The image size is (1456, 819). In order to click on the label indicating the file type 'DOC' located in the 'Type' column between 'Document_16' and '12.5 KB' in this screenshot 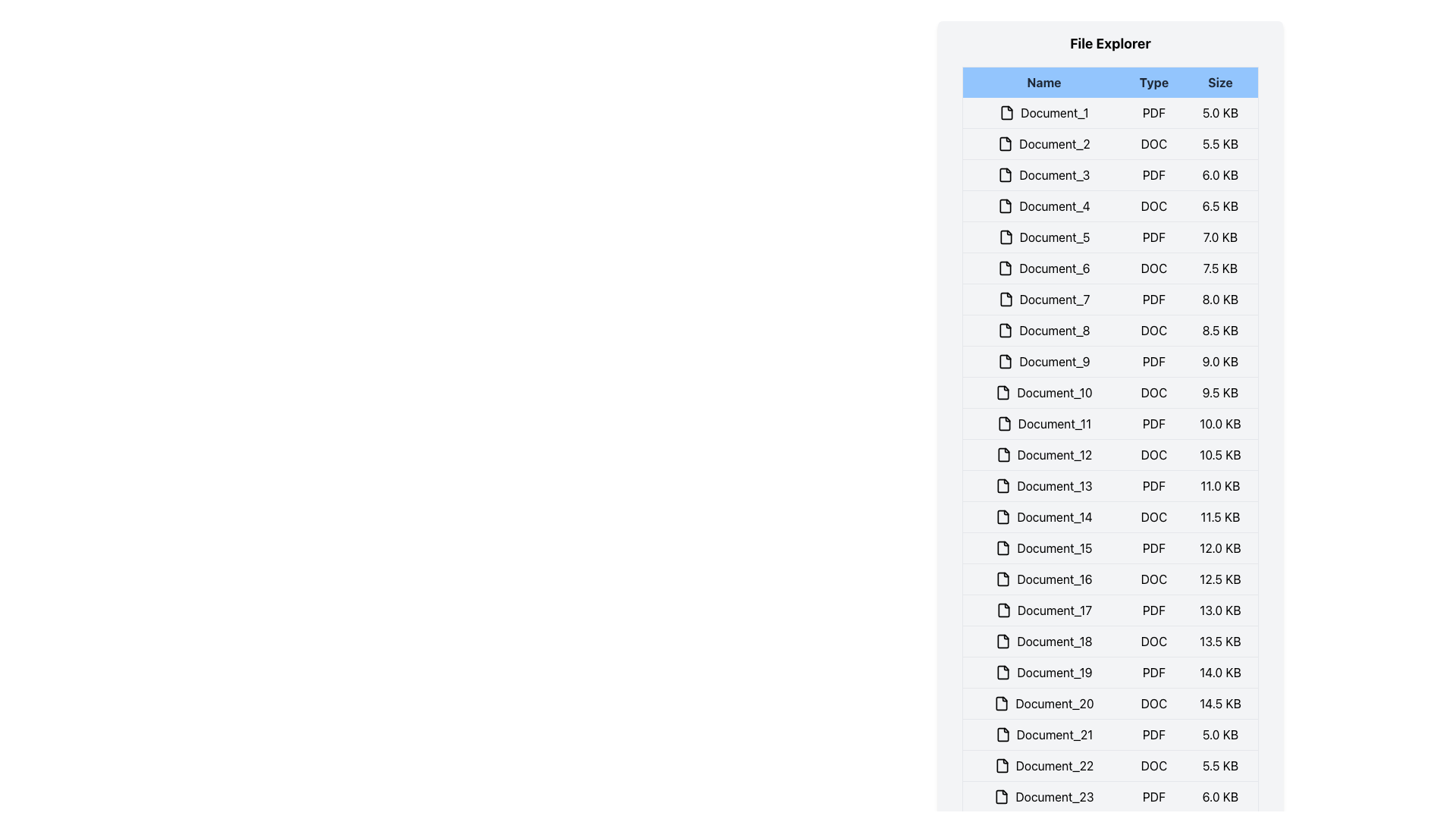, I will do `click(1153, 579)`.